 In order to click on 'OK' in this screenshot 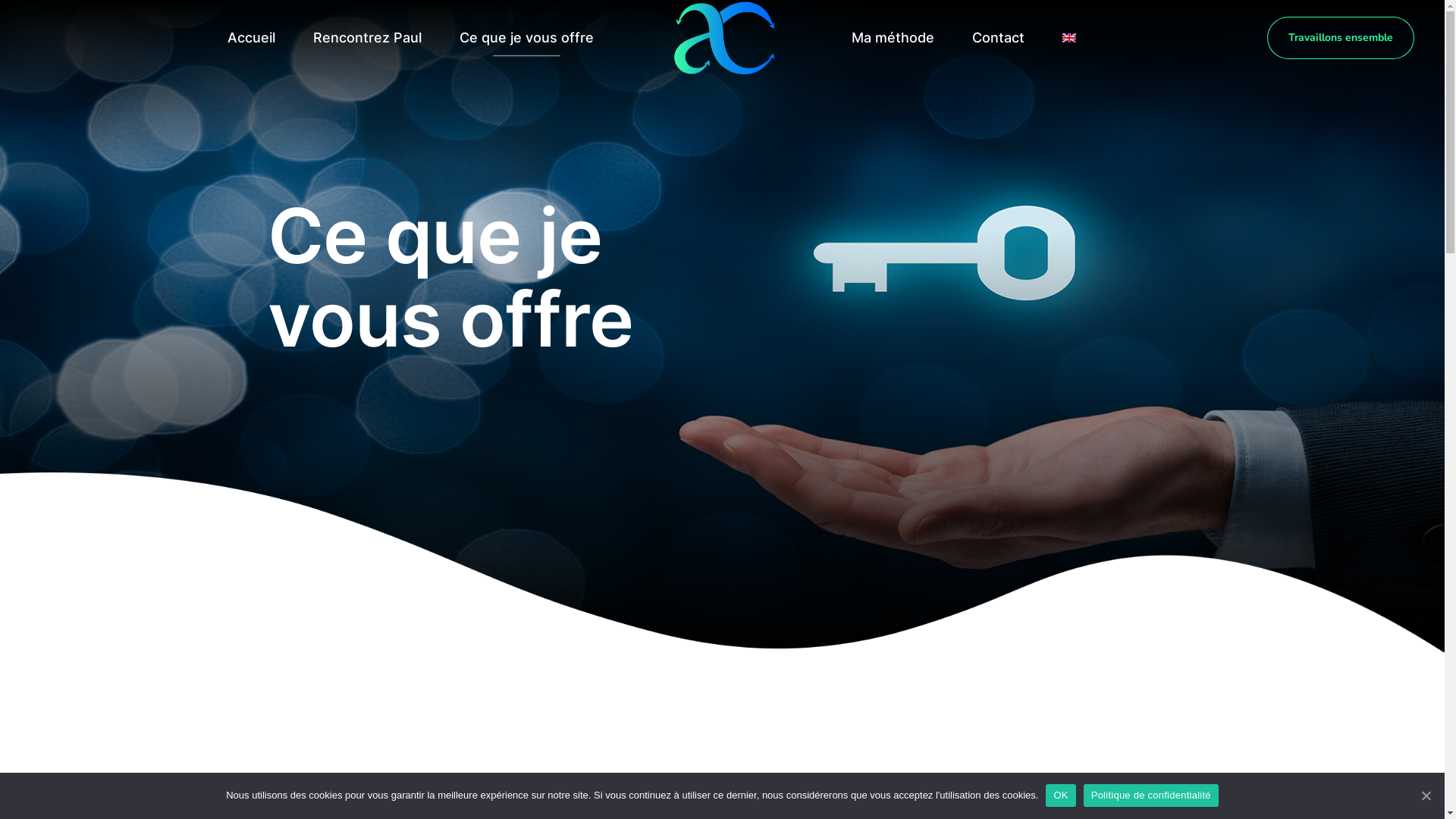, I will do `click(1044, 795)`.